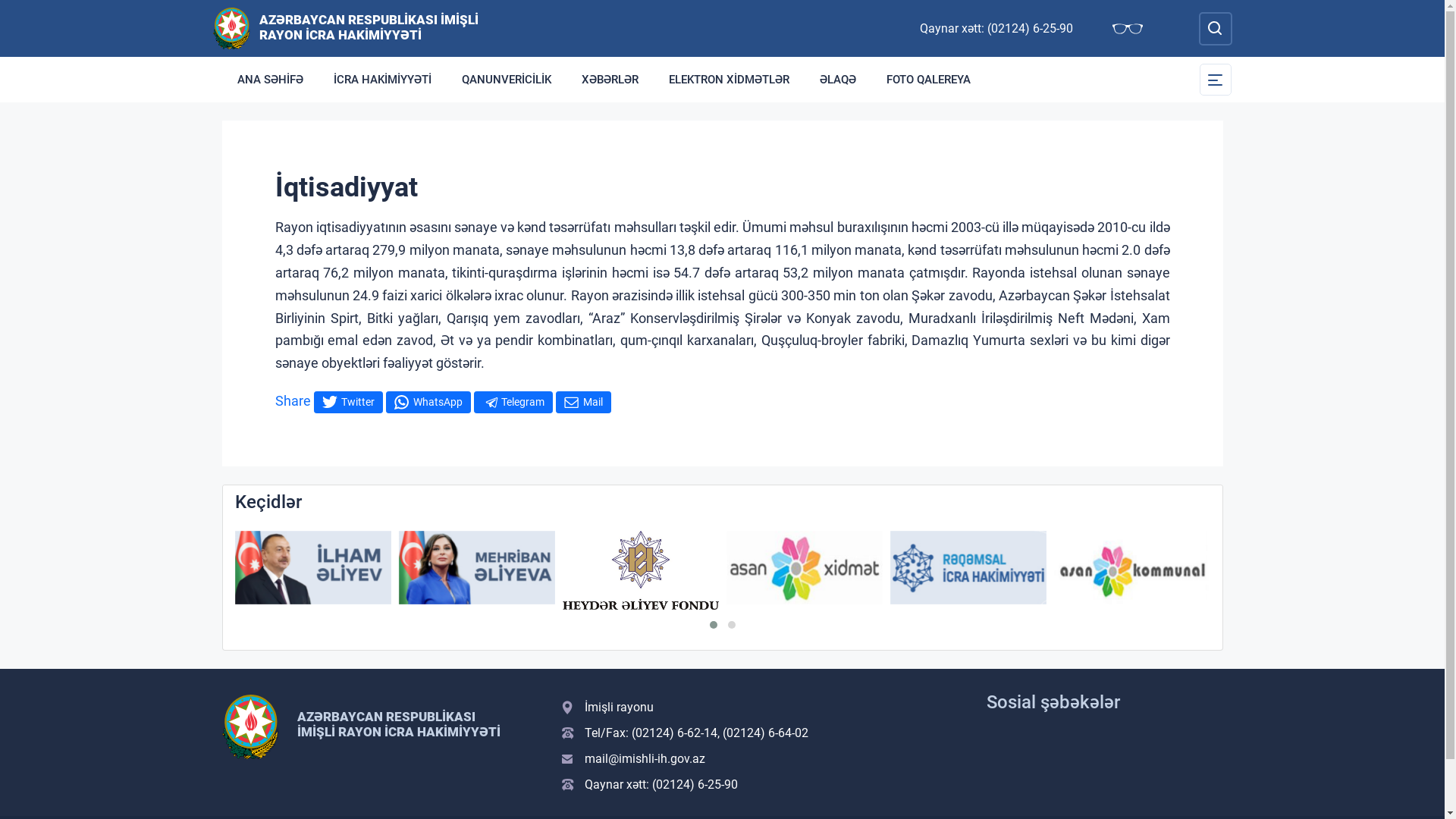  I want to click on 'WhatsApp', so click(427, 401).